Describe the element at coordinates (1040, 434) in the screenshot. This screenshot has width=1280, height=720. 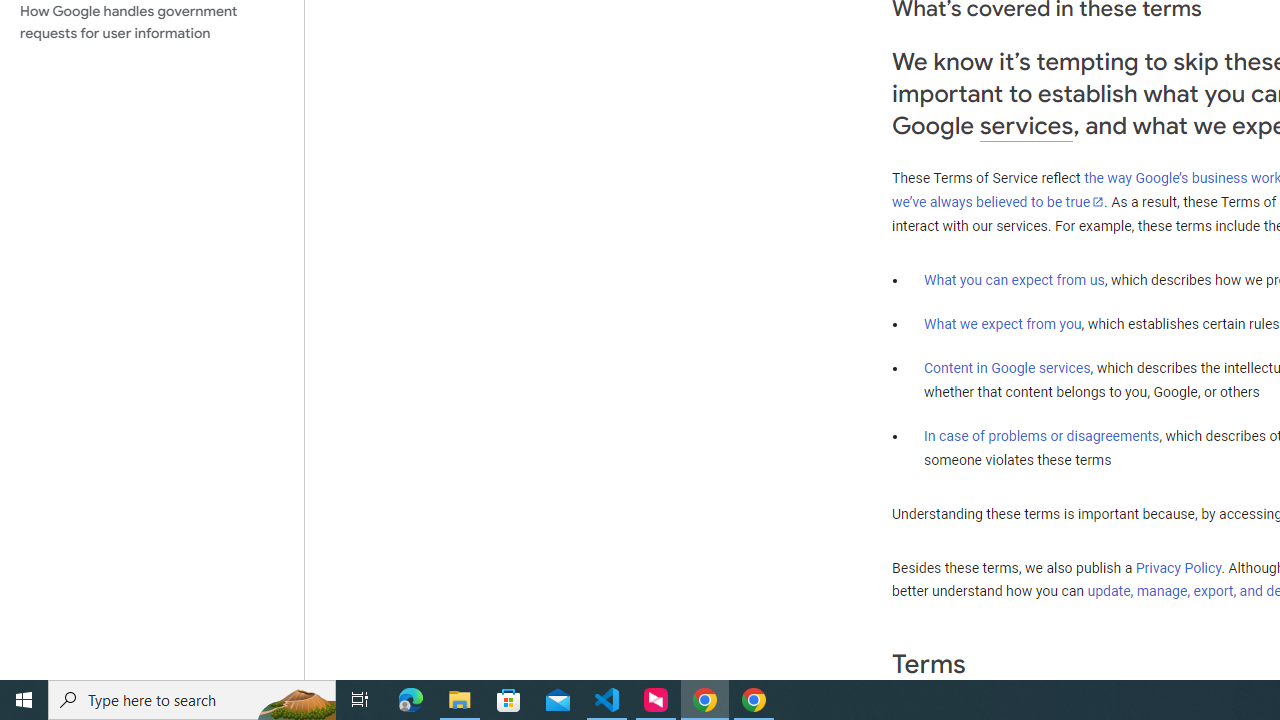
I see `'In case of problems or disagreements'` at that location.